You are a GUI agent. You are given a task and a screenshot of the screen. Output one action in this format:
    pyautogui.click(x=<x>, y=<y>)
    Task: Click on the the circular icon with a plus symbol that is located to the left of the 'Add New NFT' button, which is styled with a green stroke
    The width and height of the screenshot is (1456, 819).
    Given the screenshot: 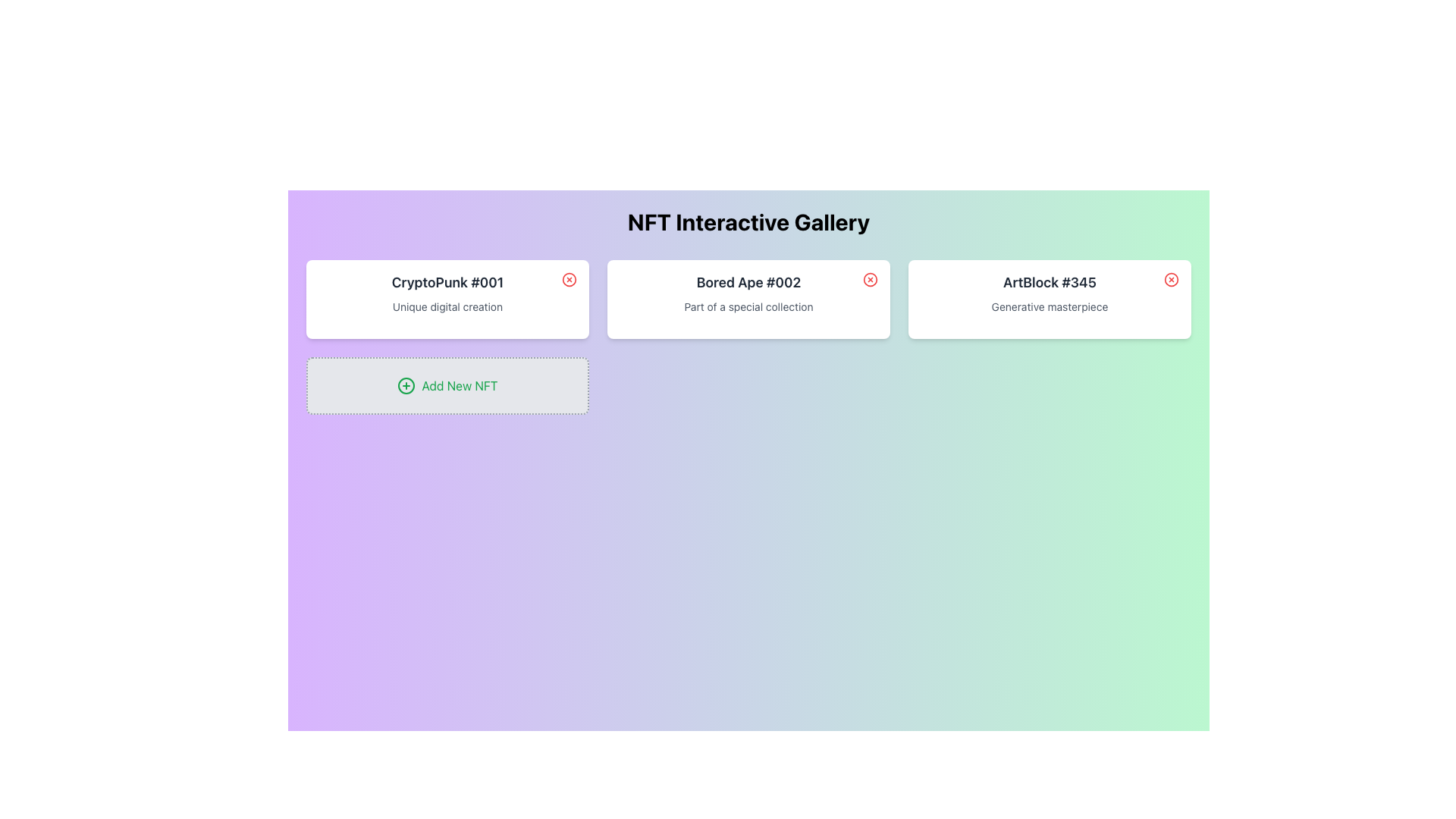 What is the action you would take?
    pyautogui.click(x=406, y=385)
    